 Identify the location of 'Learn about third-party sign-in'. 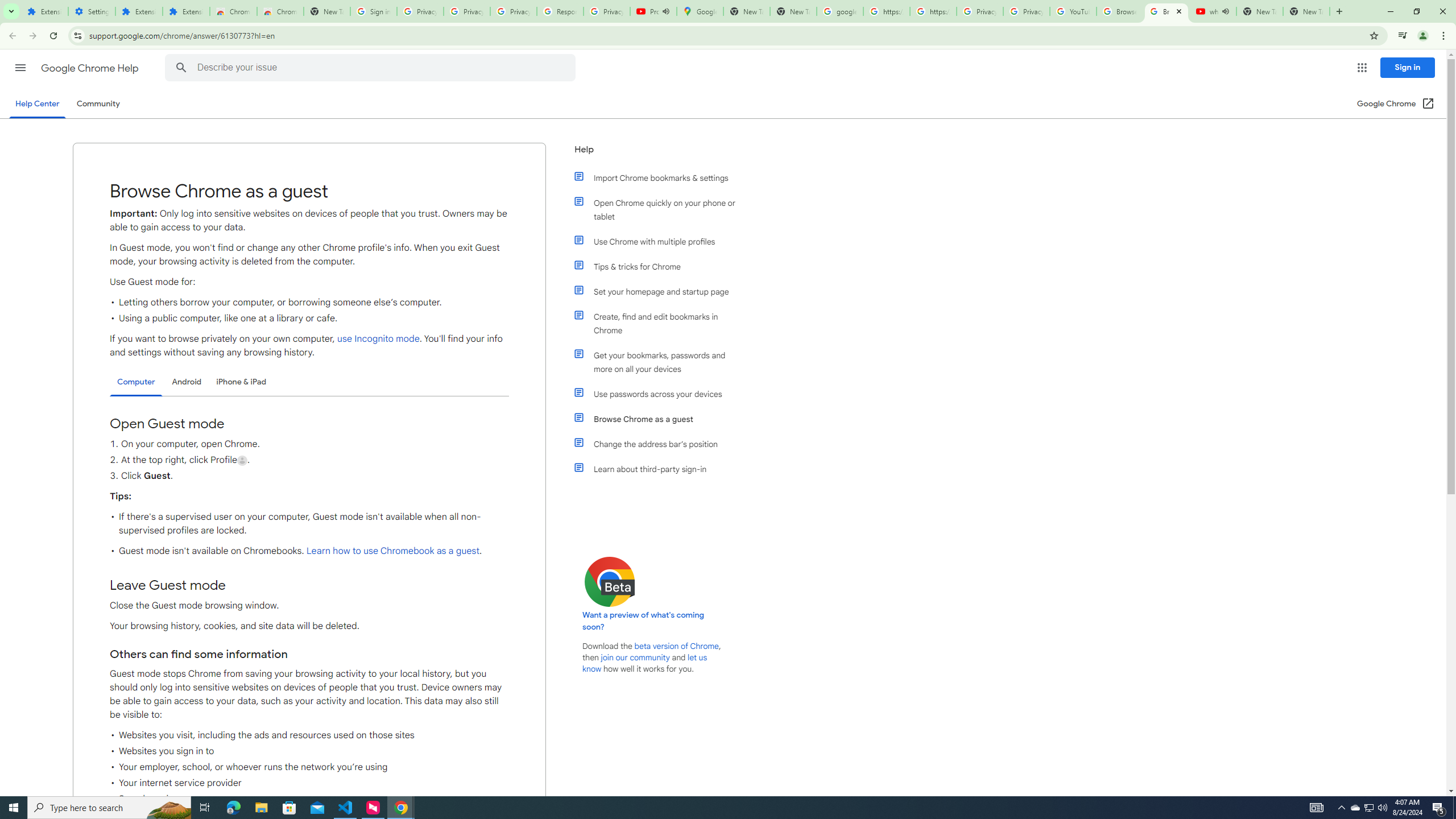
(661, 469).